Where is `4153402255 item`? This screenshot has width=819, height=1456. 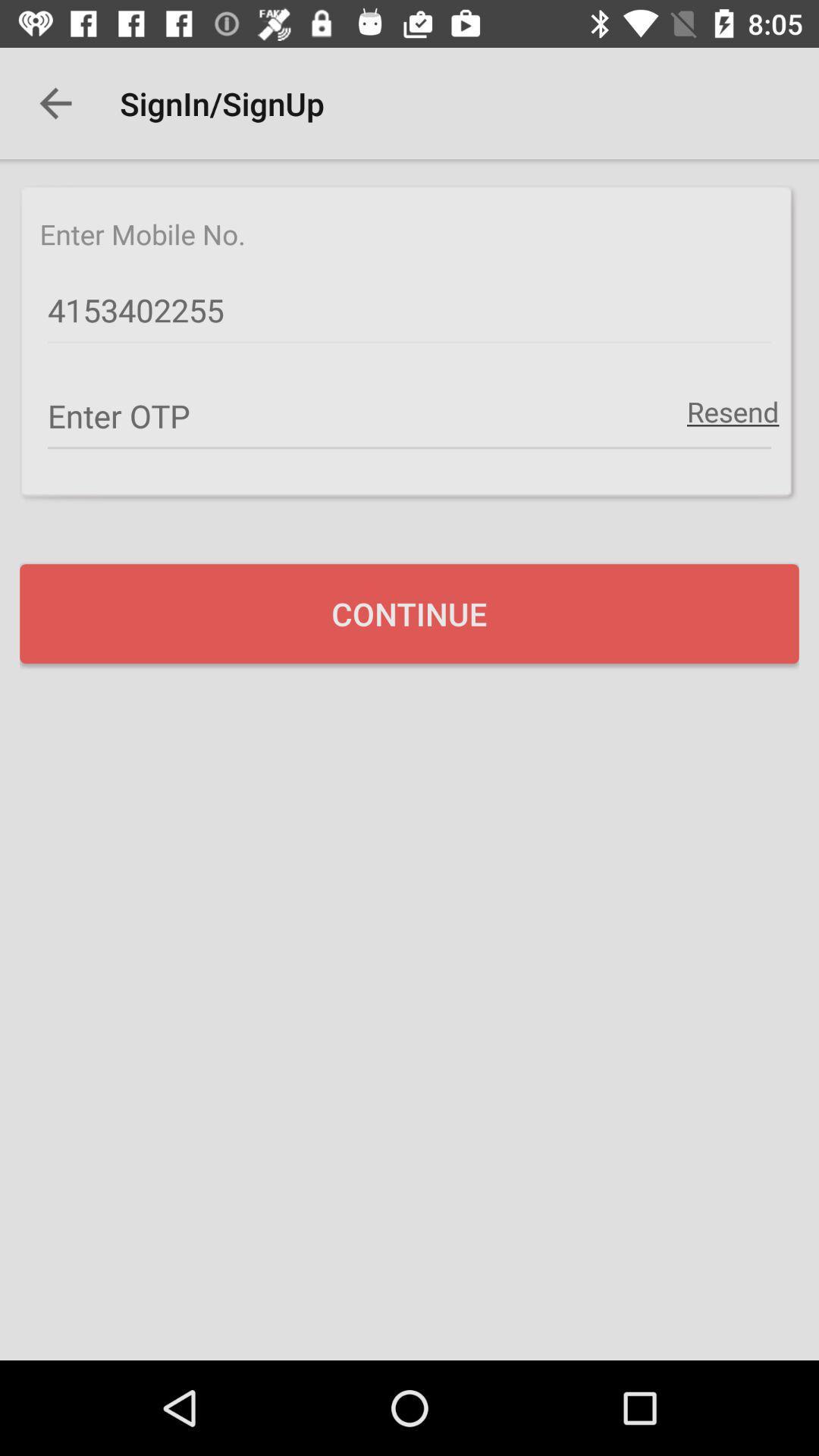
4153402255 item is located at coordinates (409, 310).